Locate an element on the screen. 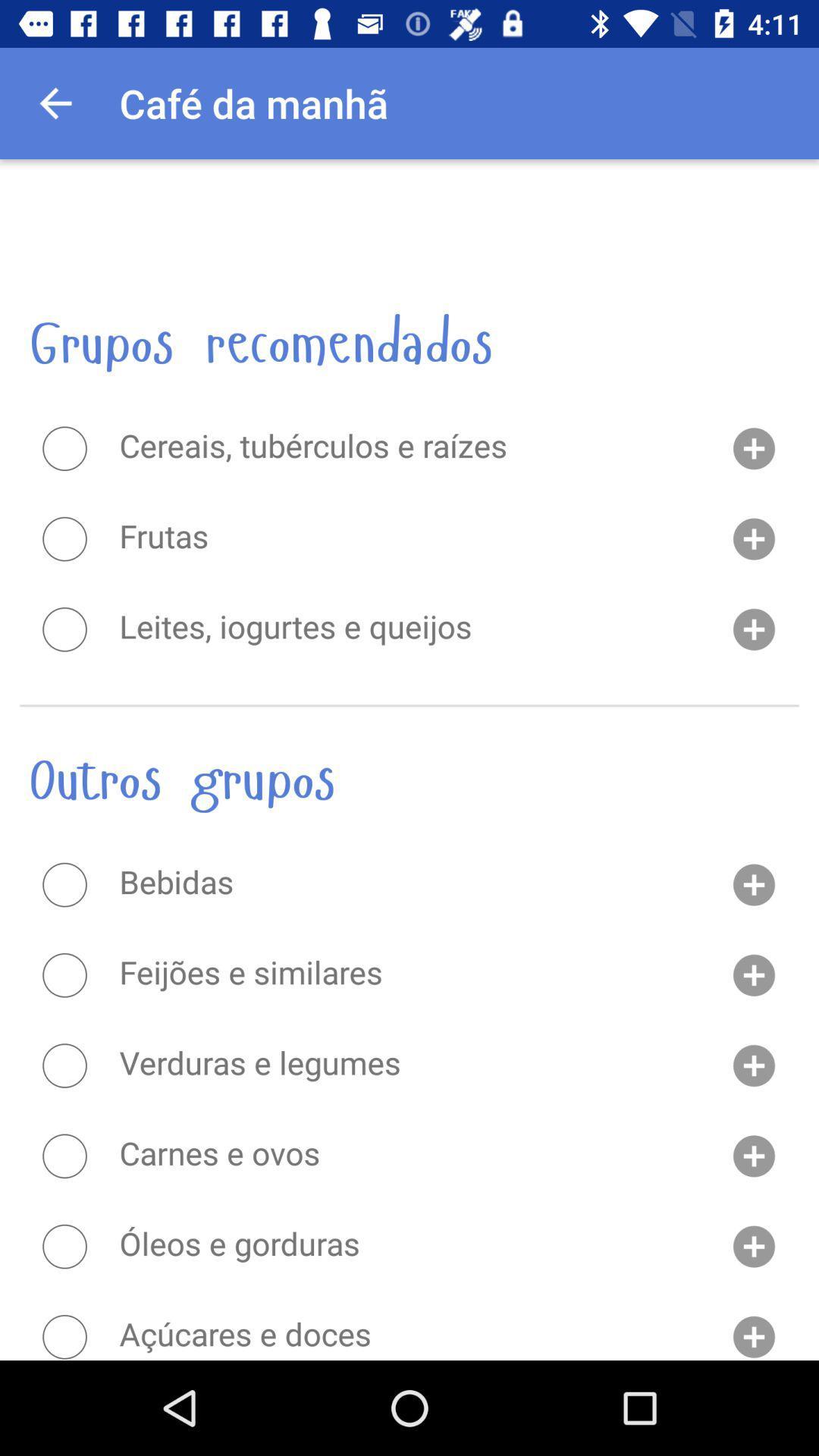 The image size is (819, 1456). send money is located at coordinates (64, 1336).